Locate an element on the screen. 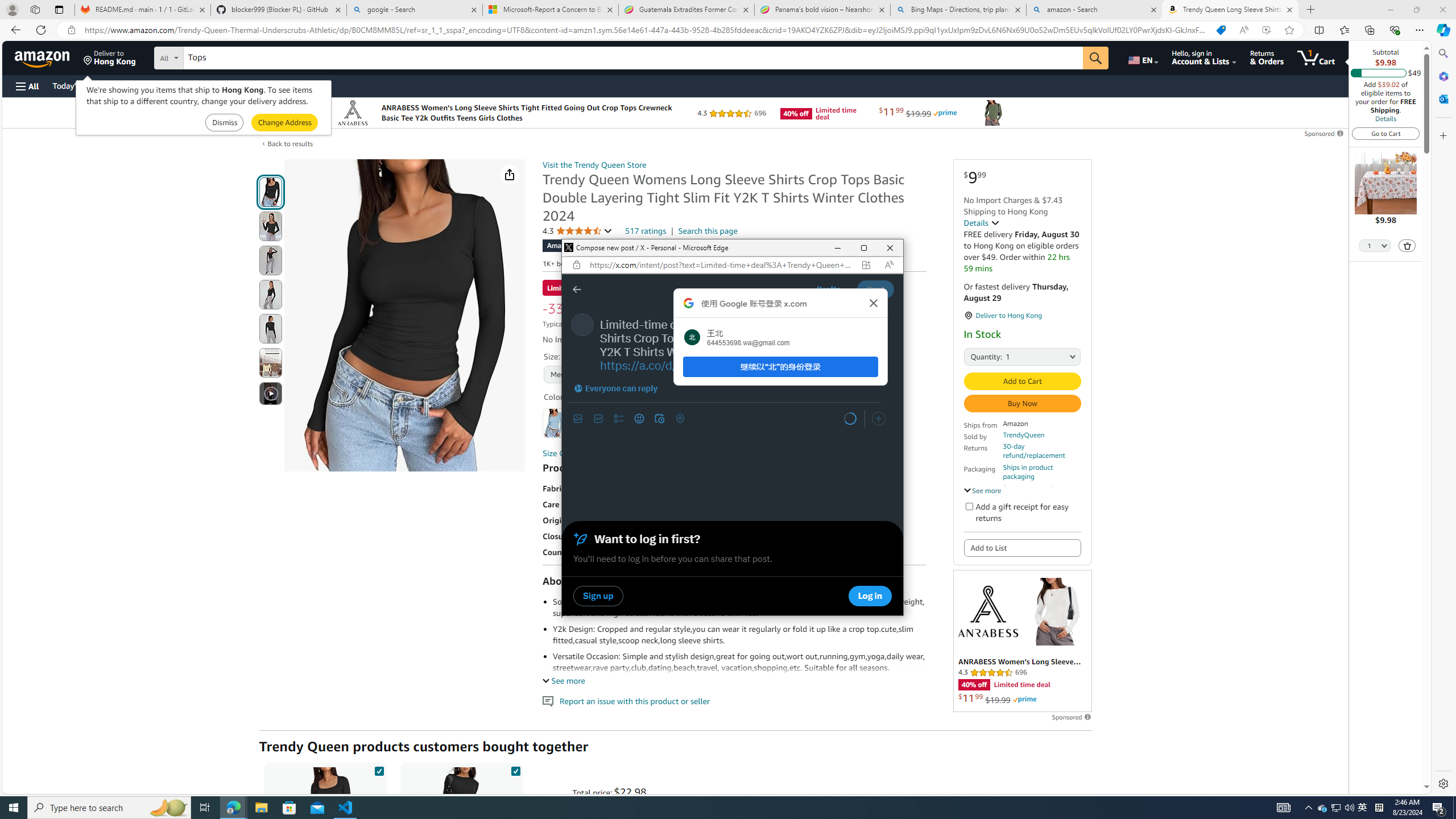 The height and width of the screenshot is (819, 1456). 'Show desktop' is located at coordinates (1454, 806).